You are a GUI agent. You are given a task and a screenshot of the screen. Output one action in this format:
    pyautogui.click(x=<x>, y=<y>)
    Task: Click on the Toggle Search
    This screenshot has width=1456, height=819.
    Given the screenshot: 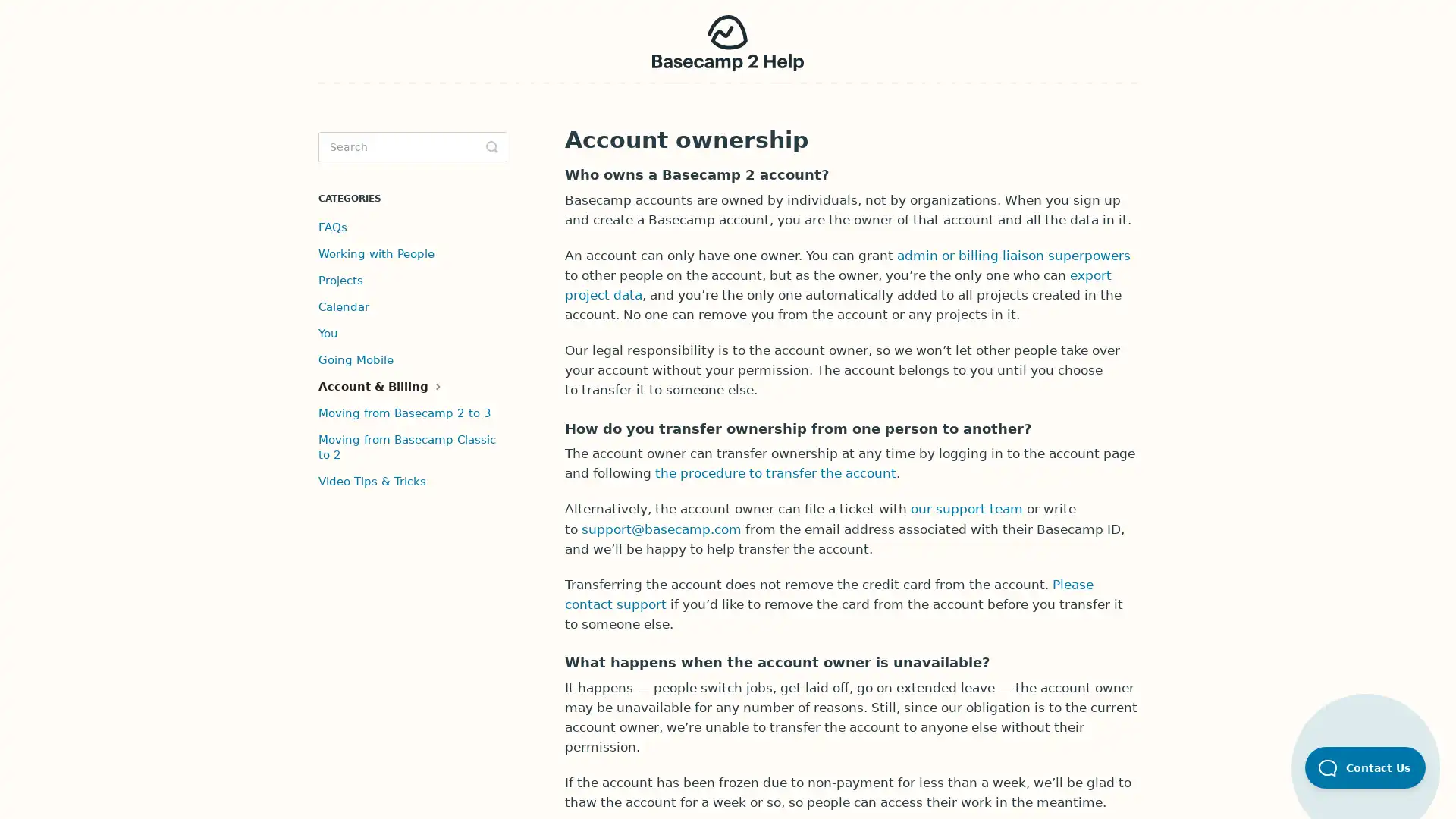 What is the action you would take?
    pyautogui.click(x=491, y=146)
    